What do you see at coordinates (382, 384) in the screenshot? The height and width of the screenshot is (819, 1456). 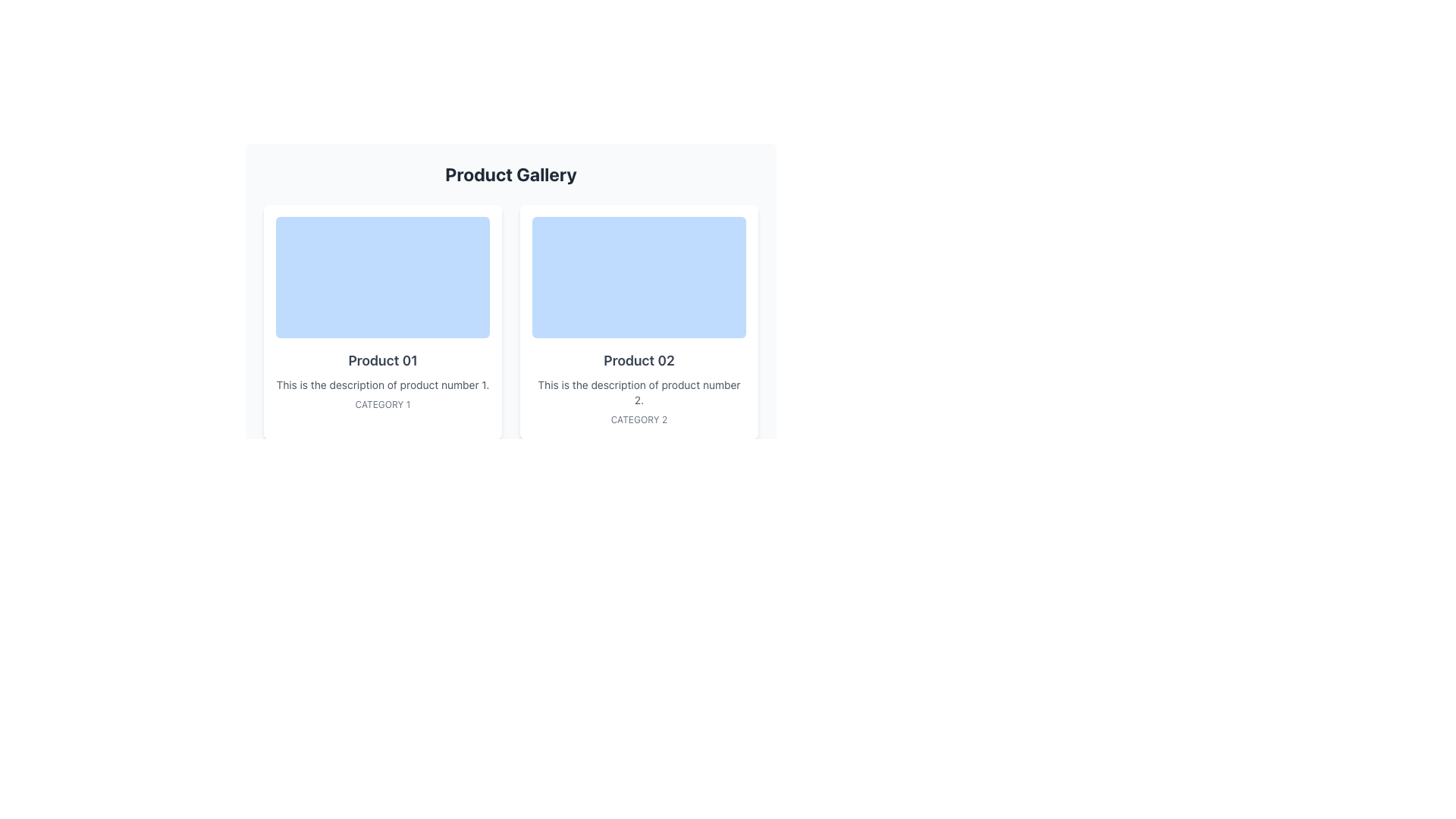 I see `the content of the text block displayed in a smaller font size` at bounding box center [382, 384].